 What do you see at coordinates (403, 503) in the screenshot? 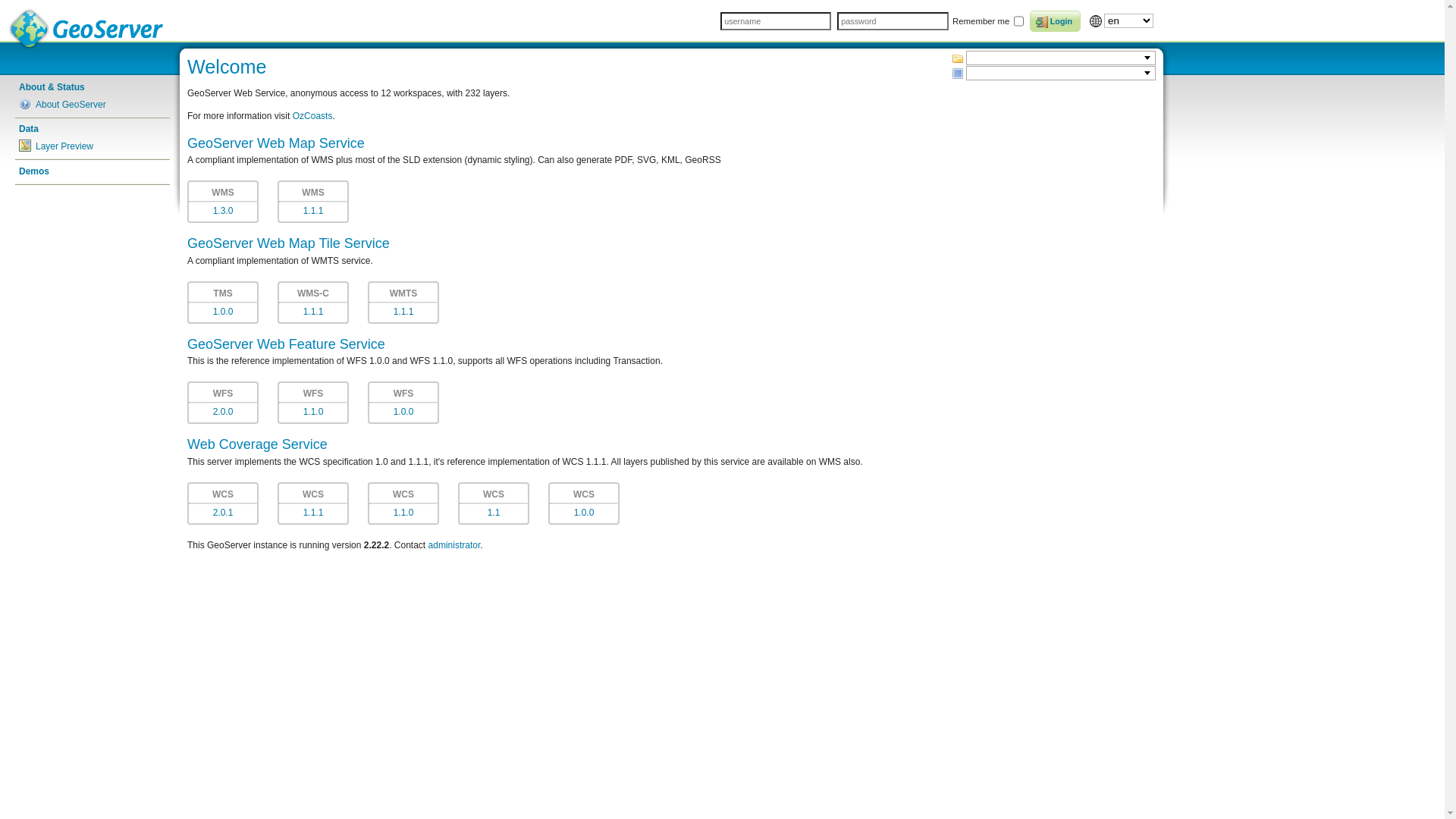
I see `'WCS` at bounding box center [403, 503].